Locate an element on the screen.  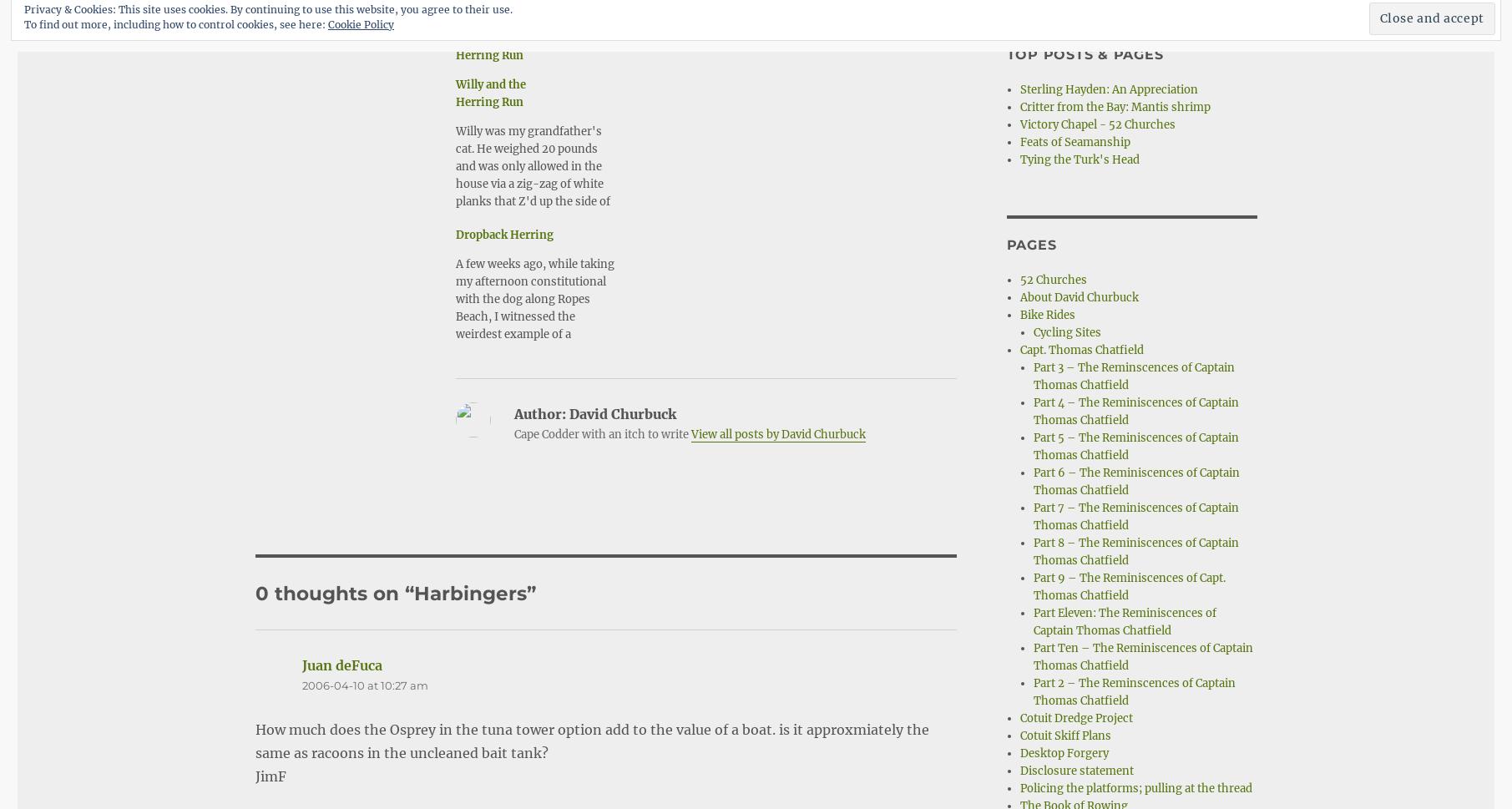
'Privacy & Cookies: This site uses cookies. By continuing to use this website, you agree to their use.' is located at coordinates (267, 9).